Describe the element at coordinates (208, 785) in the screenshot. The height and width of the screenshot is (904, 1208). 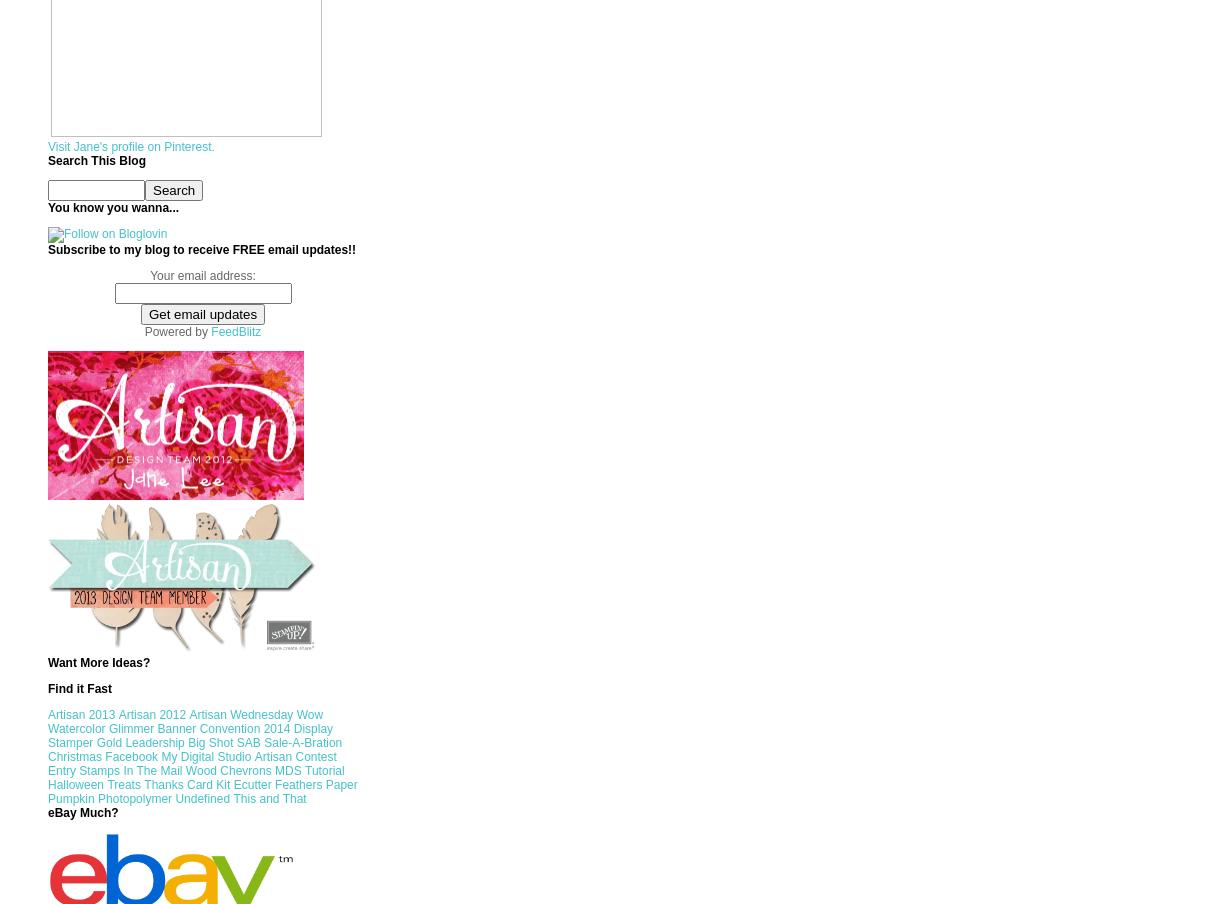
I see `'Card Kit'` at that location.